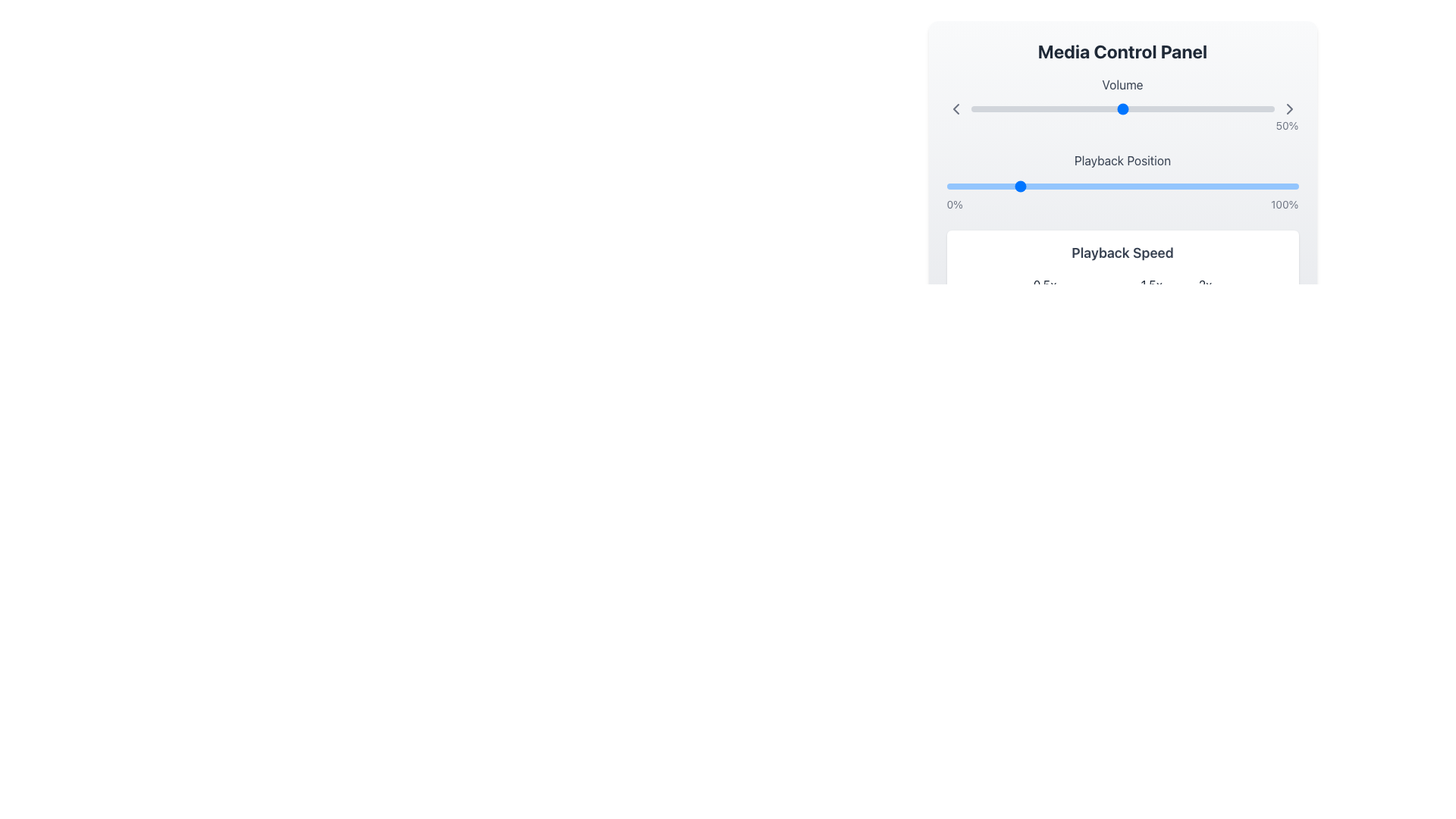  Describe the element at coordinates (1284, 205) in the screenshot. I see `the label displaying '100%' located at the bottom-right of the playback position slider` at that location.